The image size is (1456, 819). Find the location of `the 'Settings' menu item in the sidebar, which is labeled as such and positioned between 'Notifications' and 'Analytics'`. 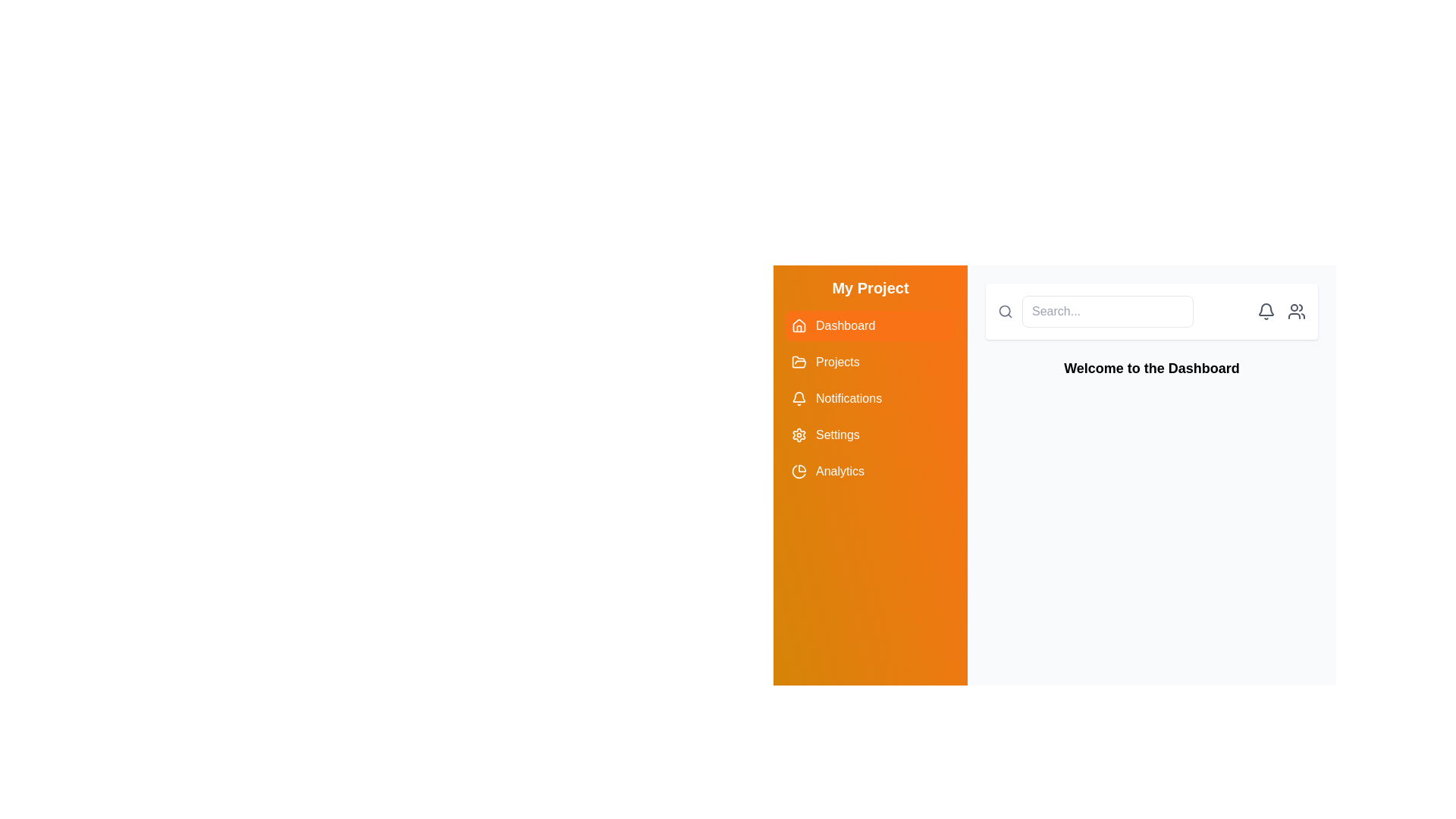

the 'Settings' menu item in the sidebar, which is labeled as such and positioned between 'Notifications' and 'Analytics' is located at coordinates (836, 435).